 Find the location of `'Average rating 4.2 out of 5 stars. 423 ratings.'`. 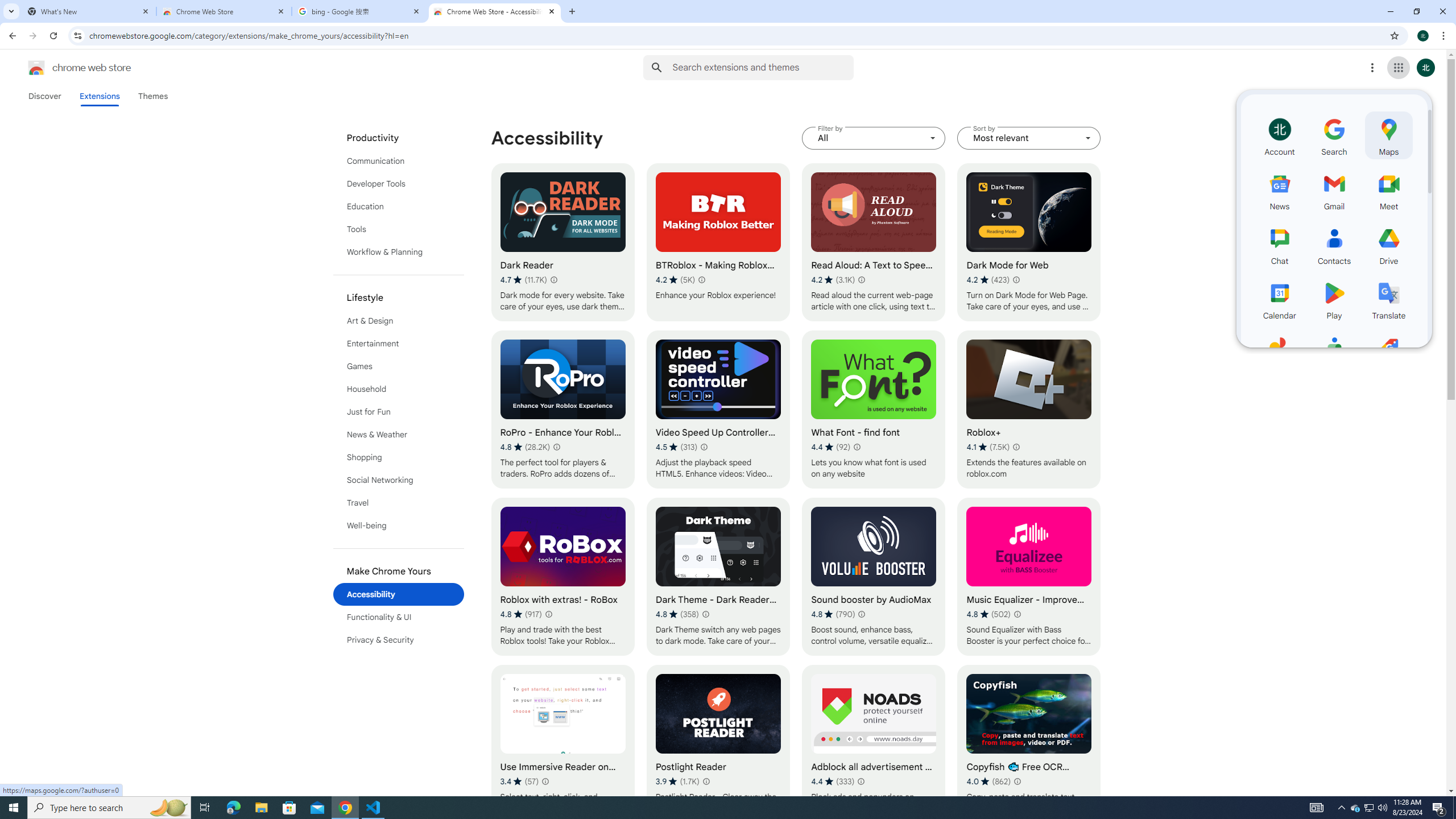

'Average rating 4.2 out of 5 stars. 423 ratings.' is located at coordinates (988, 279).